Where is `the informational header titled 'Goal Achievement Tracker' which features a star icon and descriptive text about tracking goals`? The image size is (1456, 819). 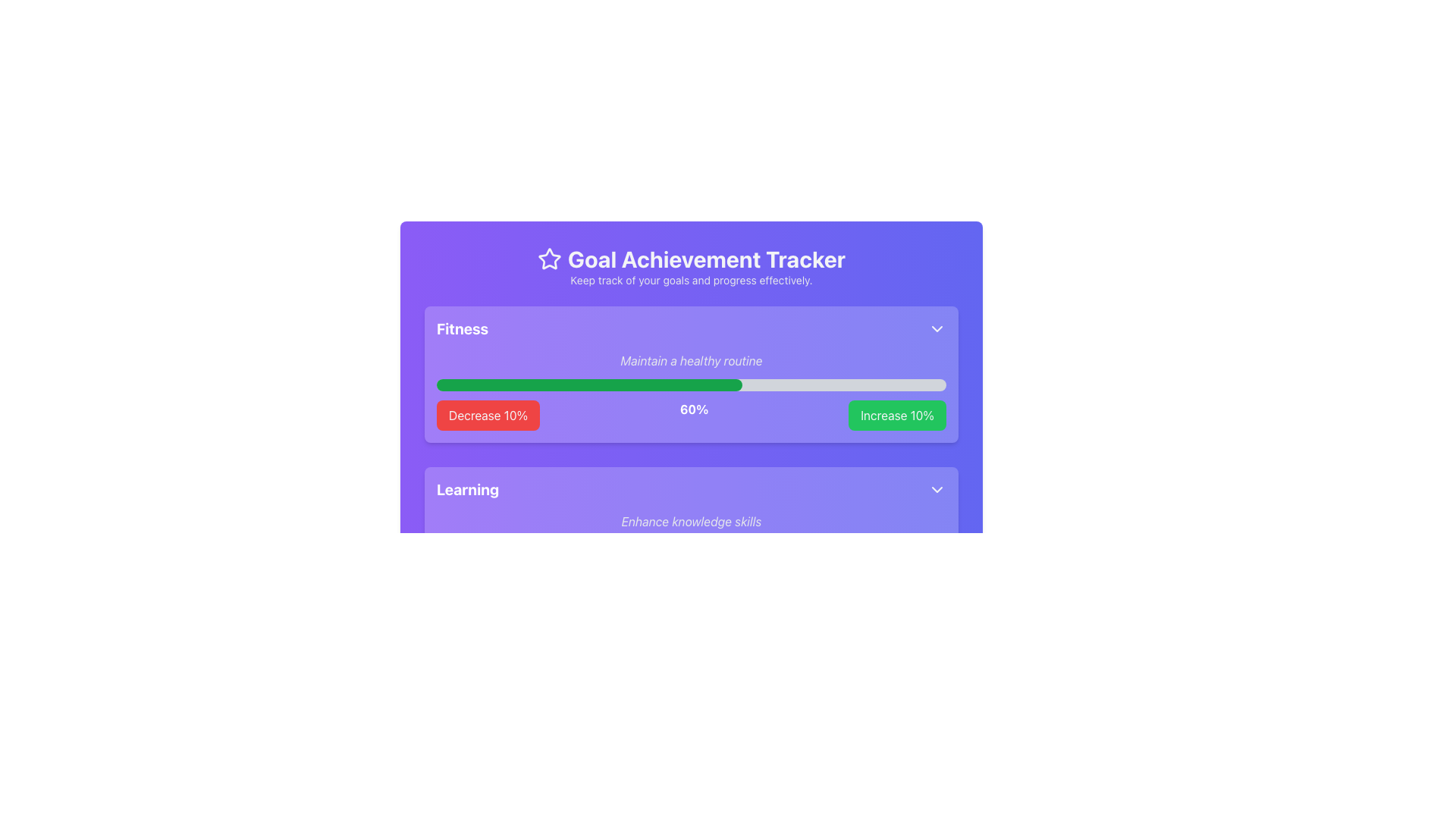 the informational header titled 'Goal Achievement Tracker' which features a star icon and descriptive text about tracking goals is located at coordinates (691, 265).